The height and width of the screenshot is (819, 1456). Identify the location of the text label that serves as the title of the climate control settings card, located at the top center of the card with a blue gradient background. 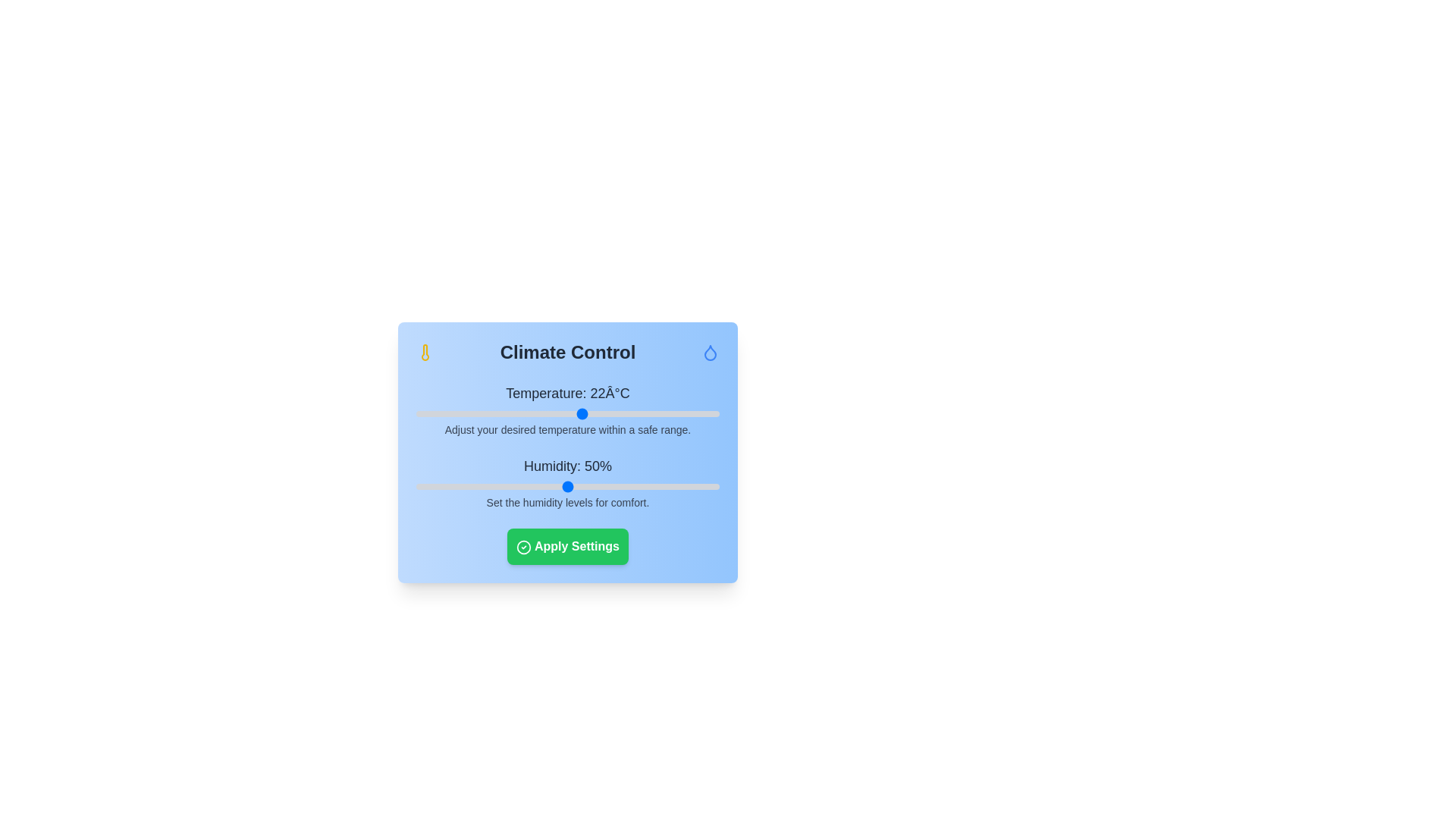
(566, 353).